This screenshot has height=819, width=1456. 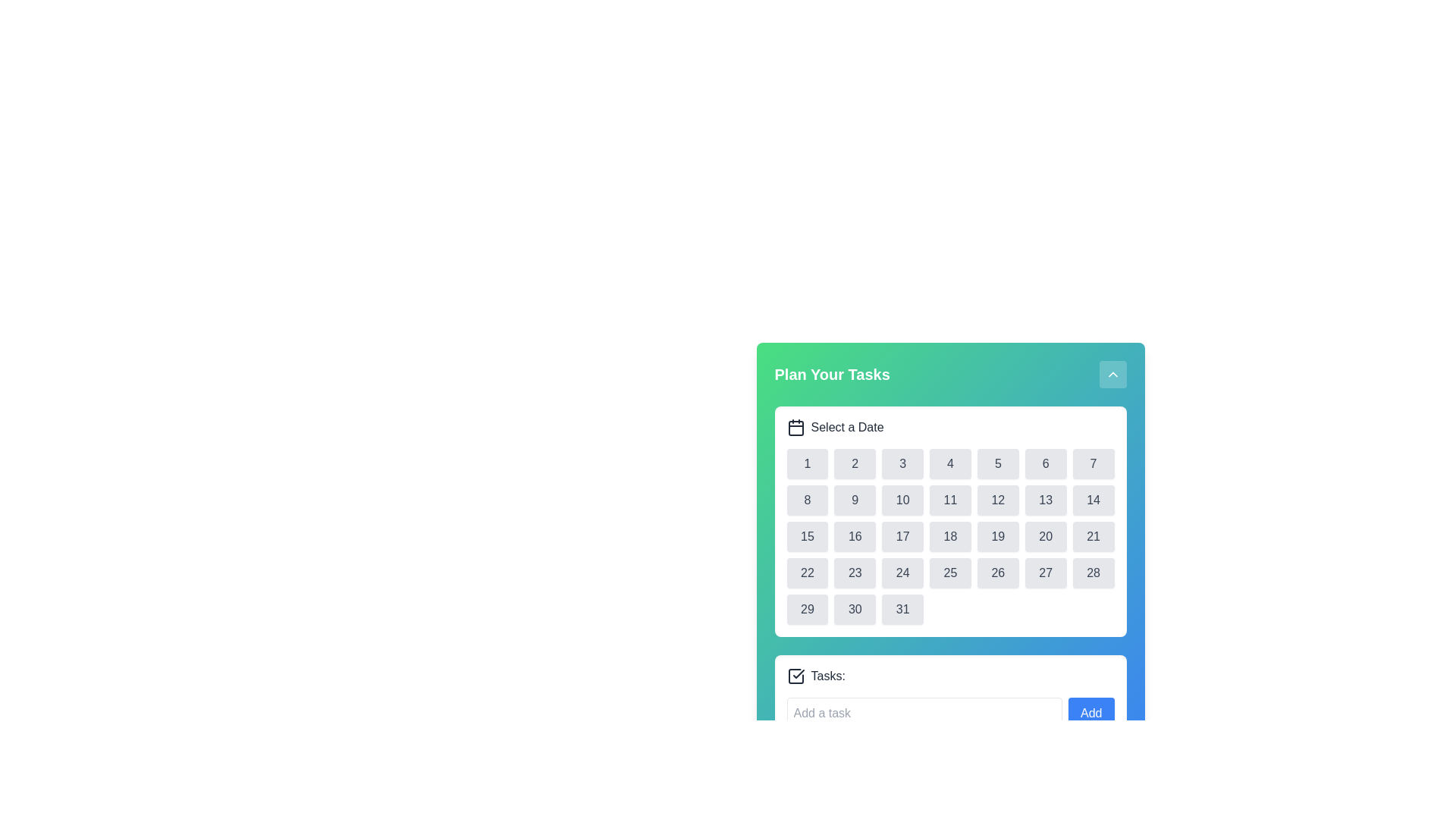 What do you see at coordinates (902, 463) in the screenshot?
I see `the button displaying the number '3' in the center` at bounding box center [902, 463].